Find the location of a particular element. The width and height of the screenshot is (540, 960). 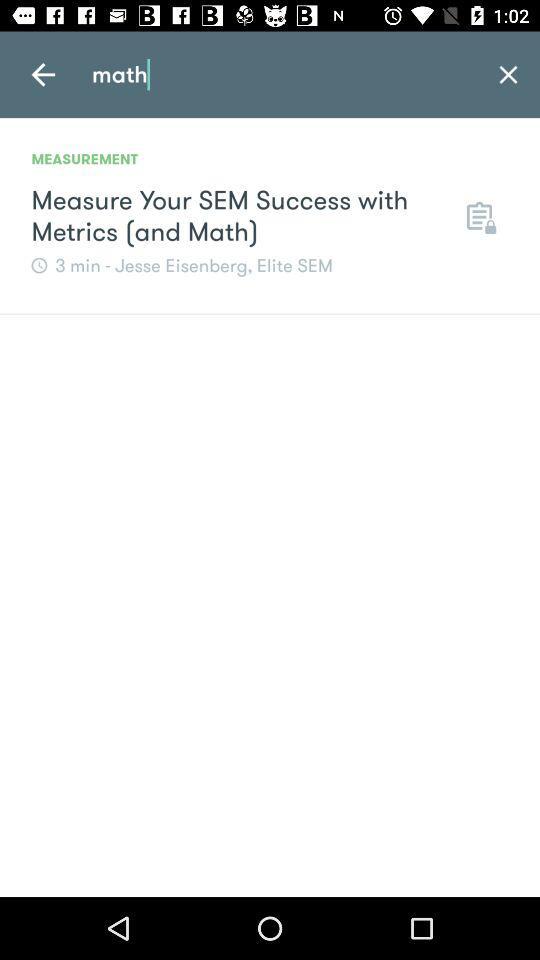

item to the right of measure your sem item is located at coordinates (478, 216).